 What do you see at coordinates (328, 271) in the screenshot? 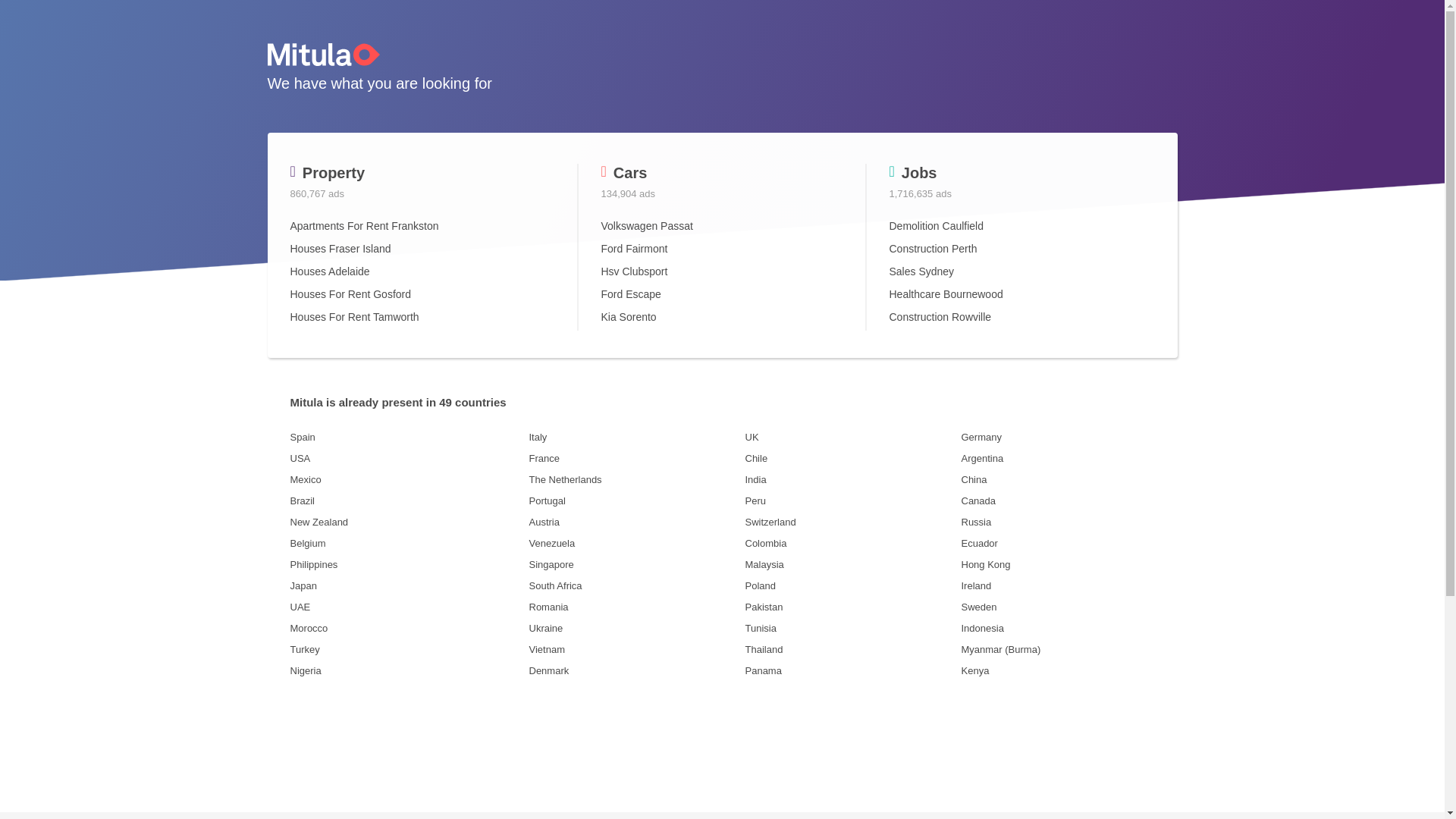
I see `'Houses Adelaide'` at bounding box center [328, 271].